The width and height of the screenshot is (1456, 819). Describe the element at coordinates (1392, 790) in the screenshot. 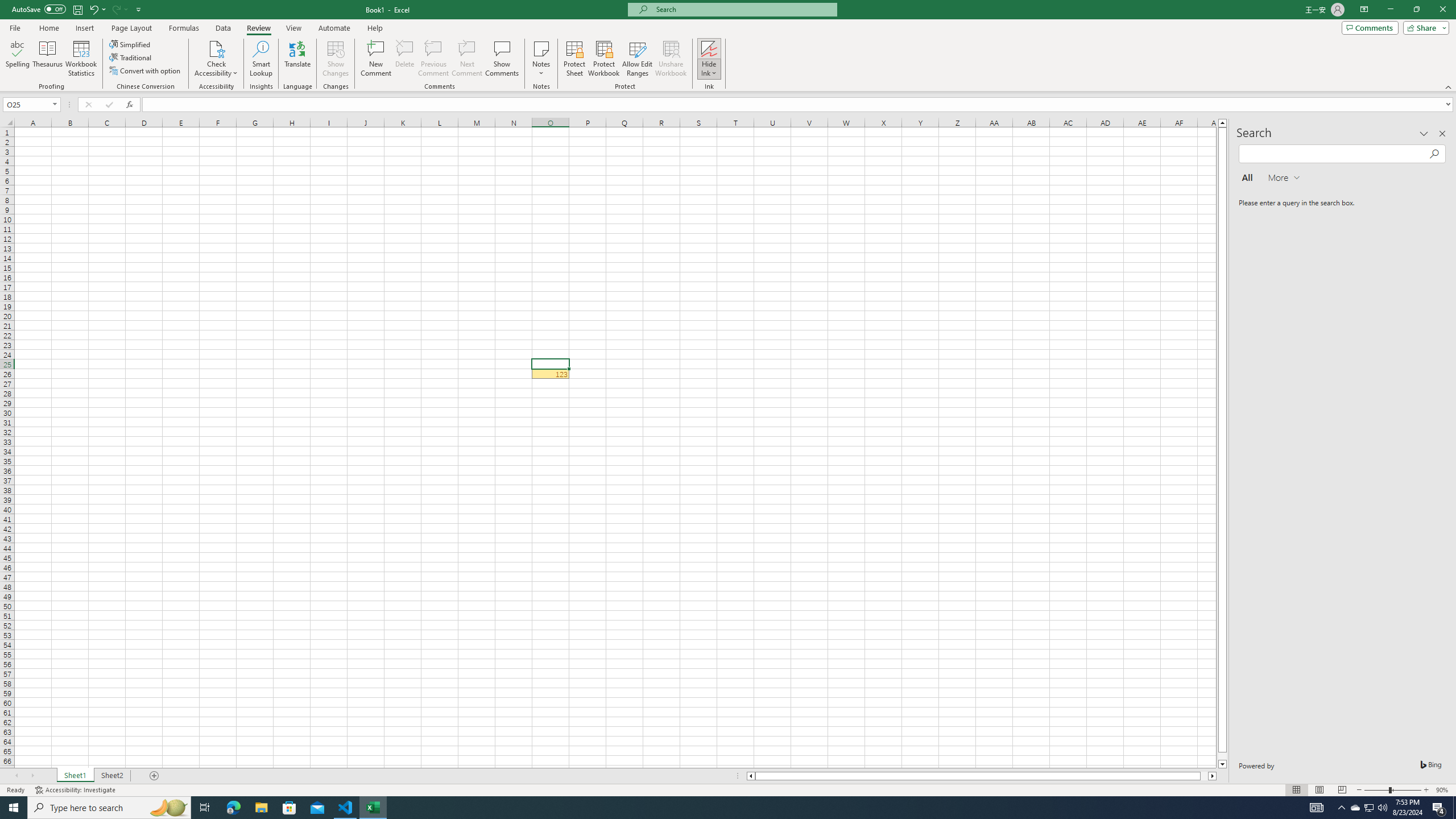

I see `'Zoom'` at that location.